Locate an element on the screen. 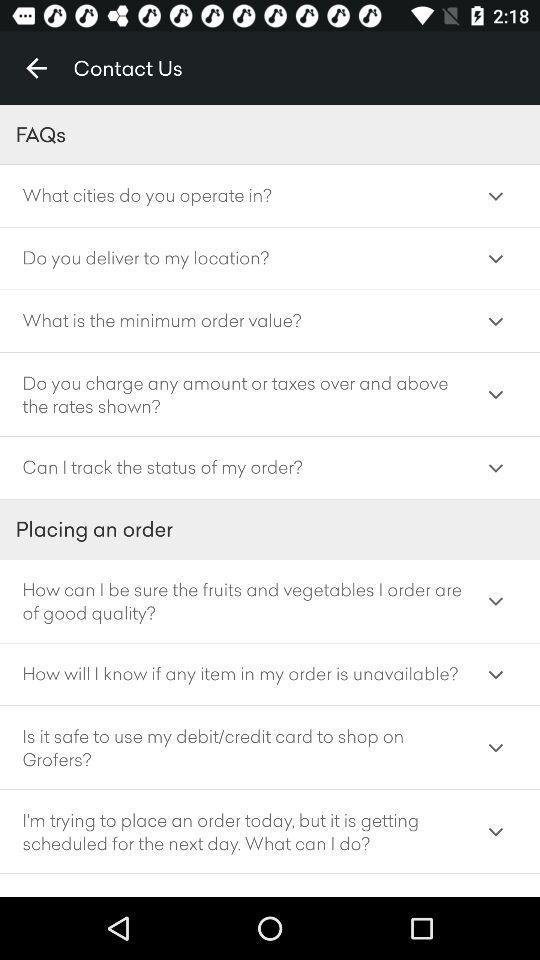  item to the left of contact us item is located at coordinates (36, 68).